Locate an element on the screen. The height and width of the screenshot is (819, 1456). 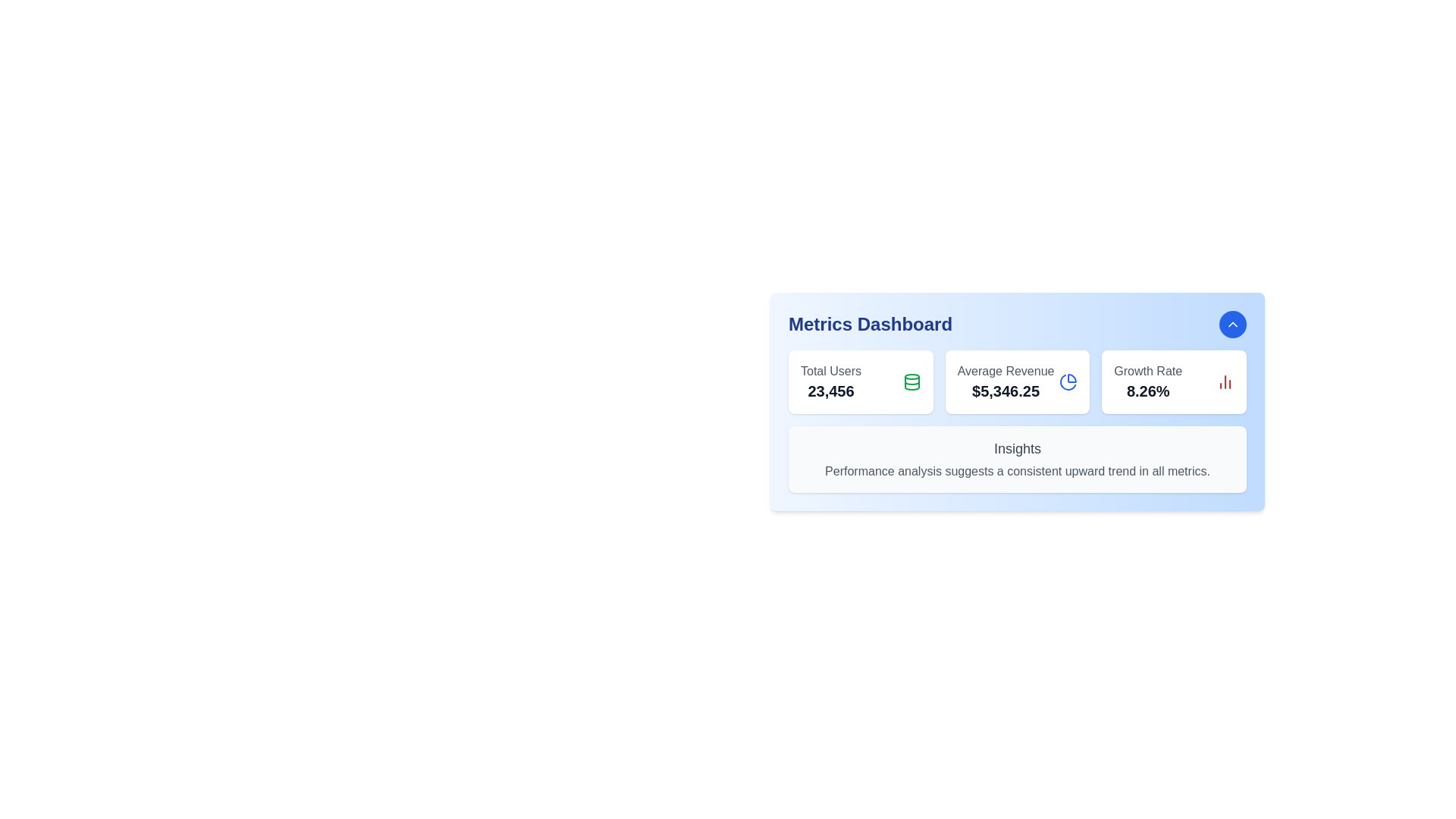
the Static Value Display element that shows the current growth rate metric of '8.26%' on the Metrics Dashboard, located in the bottom-right section of the interface is located at coordinates (1148, 381).